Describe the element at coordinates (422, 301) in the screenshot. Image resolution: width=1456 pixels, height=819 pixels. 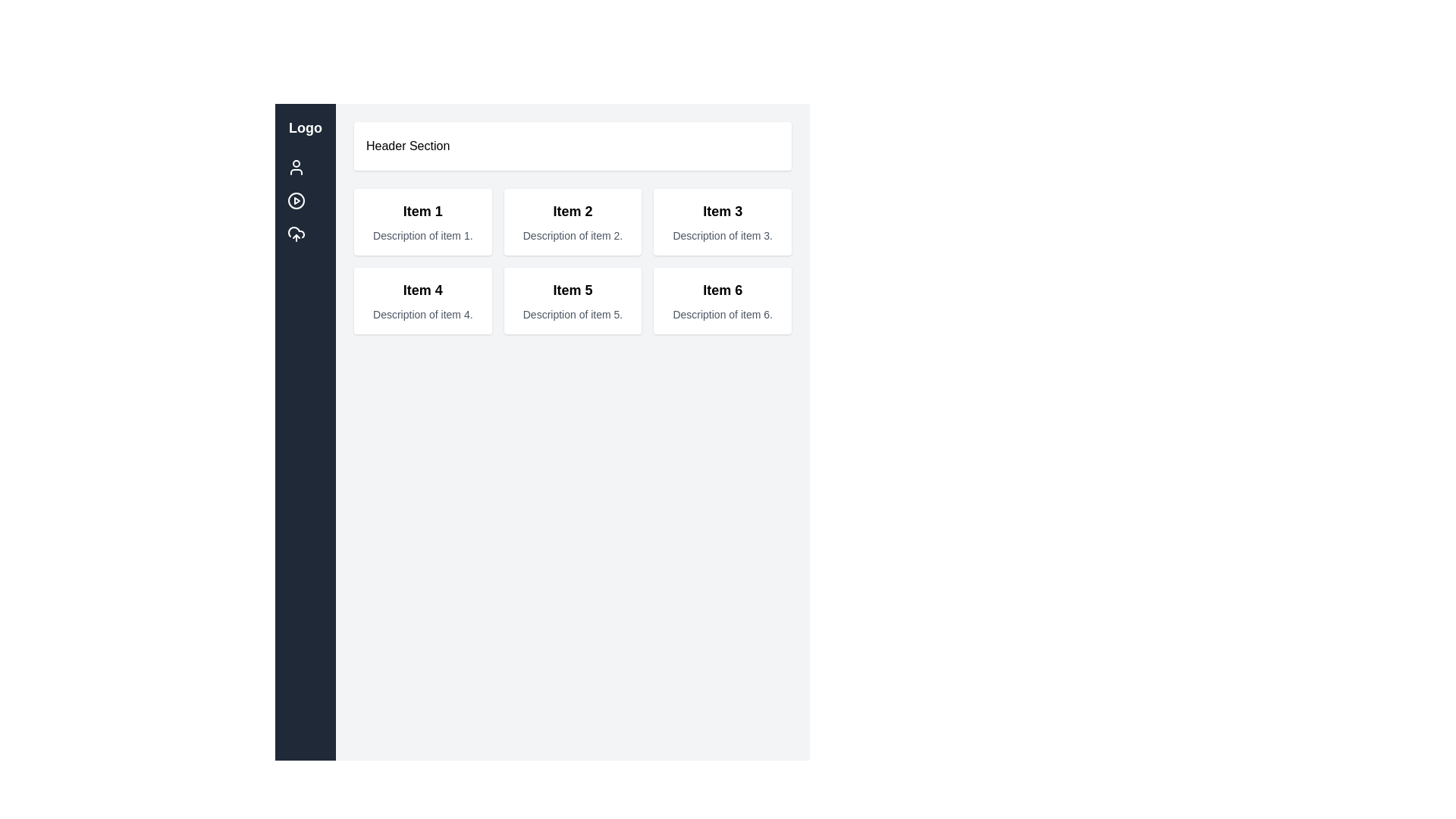
I see `the leftmost item in the second row of the grid layout, which contains a title and description, to interact with it` at that location.